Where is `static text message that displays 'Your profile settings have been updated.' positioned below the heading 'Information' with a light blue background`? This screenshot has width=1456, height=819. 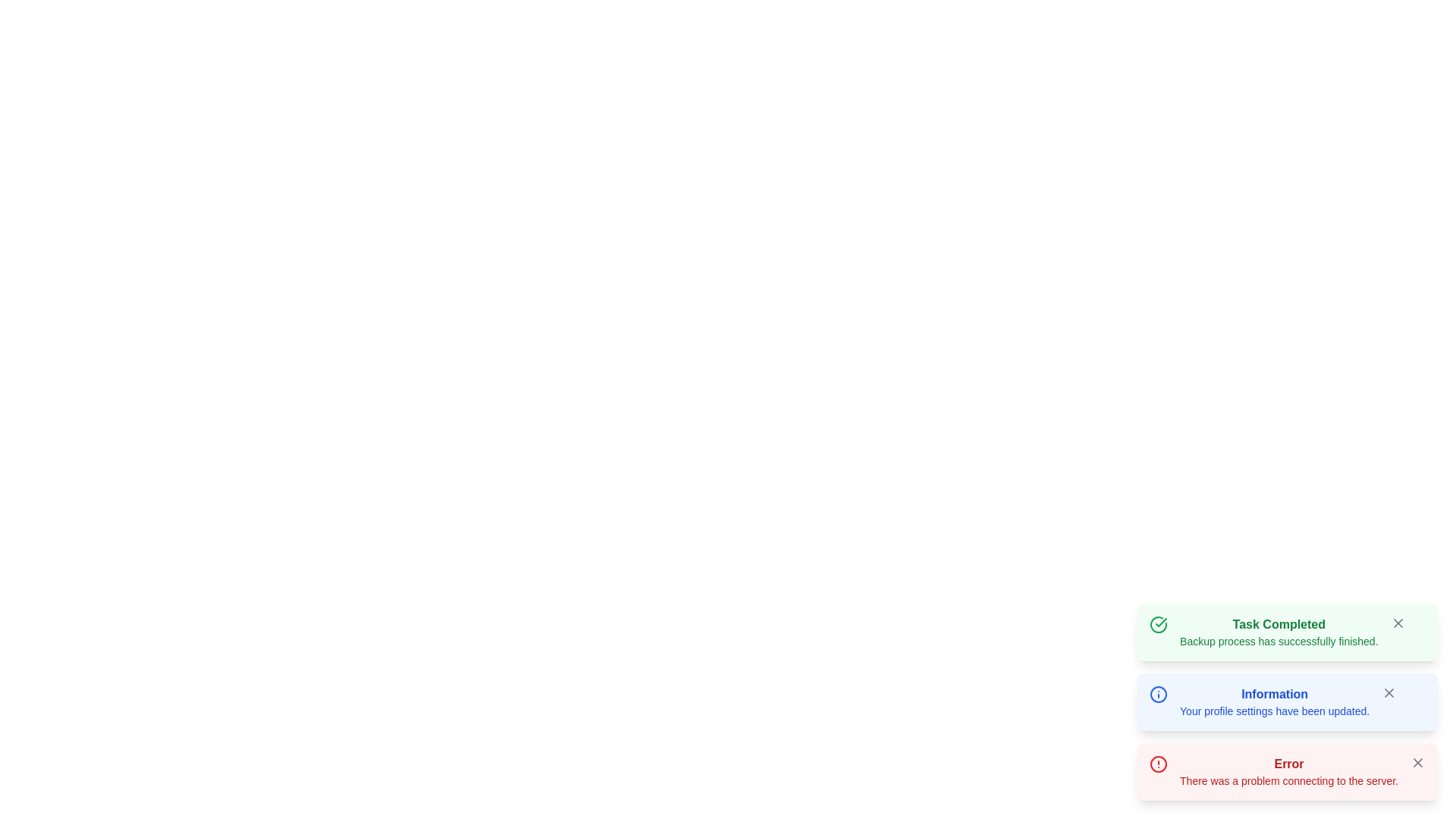 static text message that displays 'Your profile settings have been updated.' positioned below the heading 'Information' with a light blue background is located at coordinates (1274, 711).